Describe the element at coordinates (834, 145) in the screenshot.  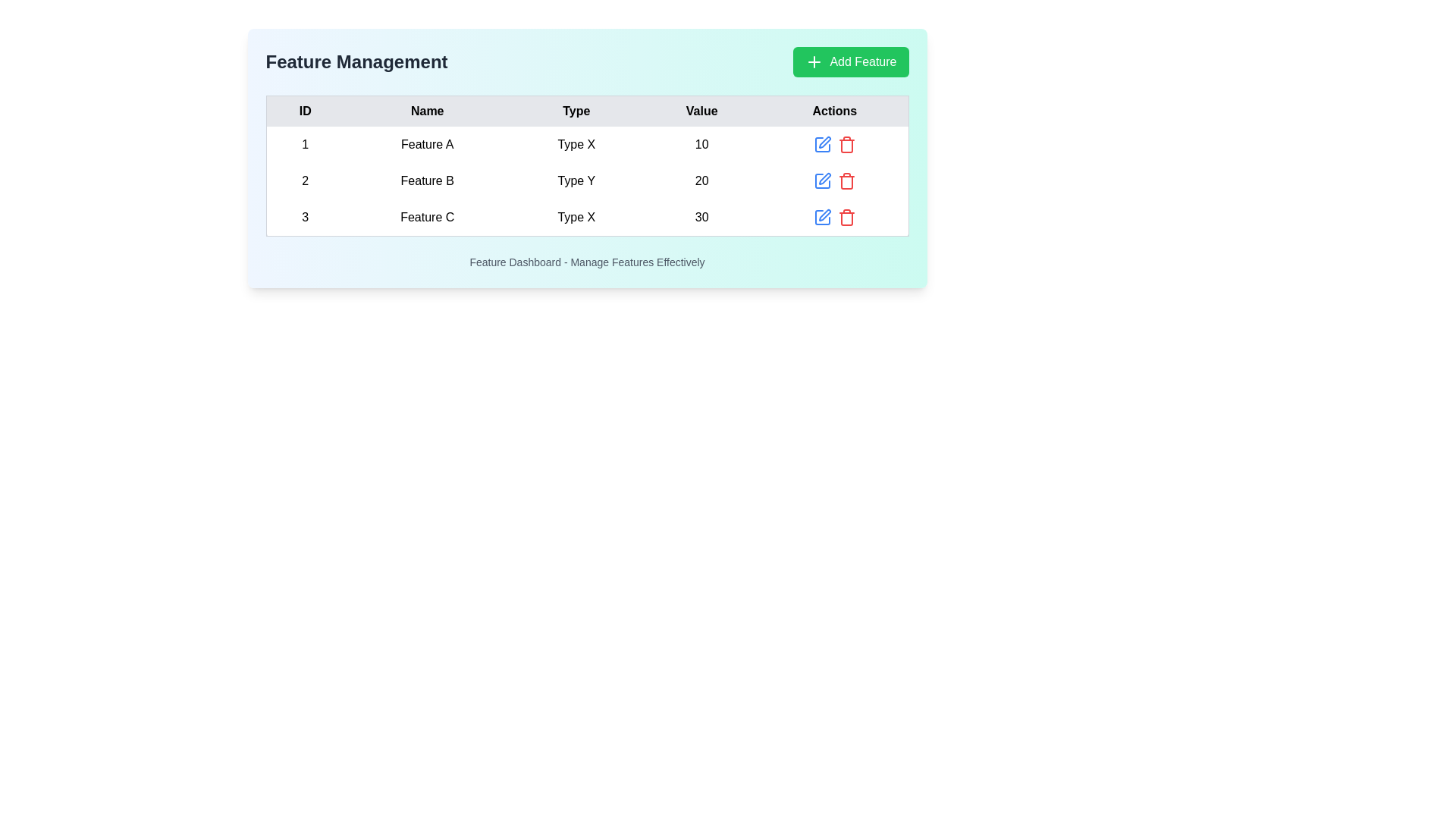
I see `the blue pencil icon in the 'Actions' column of the first row to initiate editing of the row` at that location.